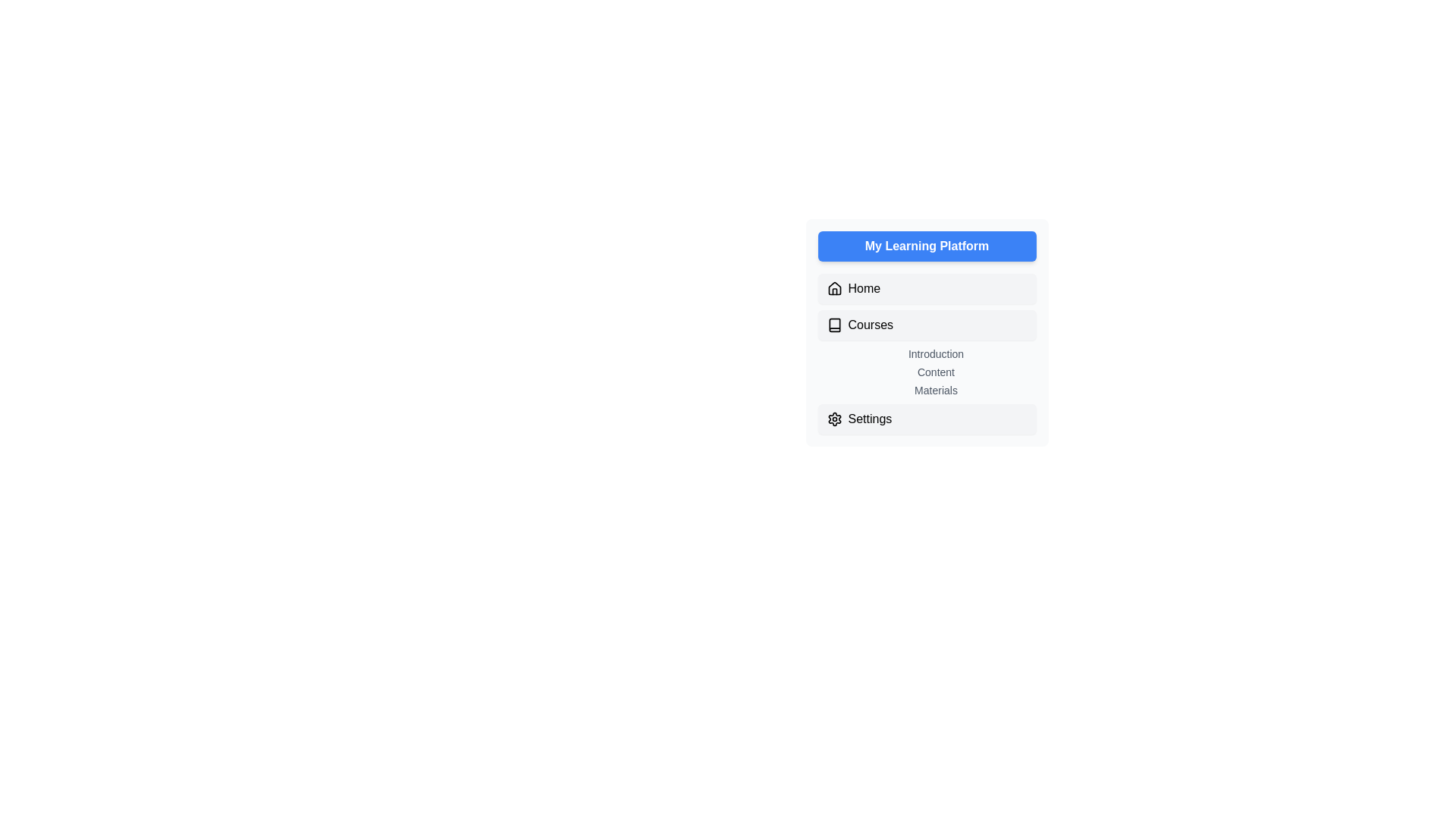 The width and height of the screenshot is (1456, 819). I want to click on the vertical link menu located in the 'Courses' section, beneath the 'Courses' heading, so click(935, 372).